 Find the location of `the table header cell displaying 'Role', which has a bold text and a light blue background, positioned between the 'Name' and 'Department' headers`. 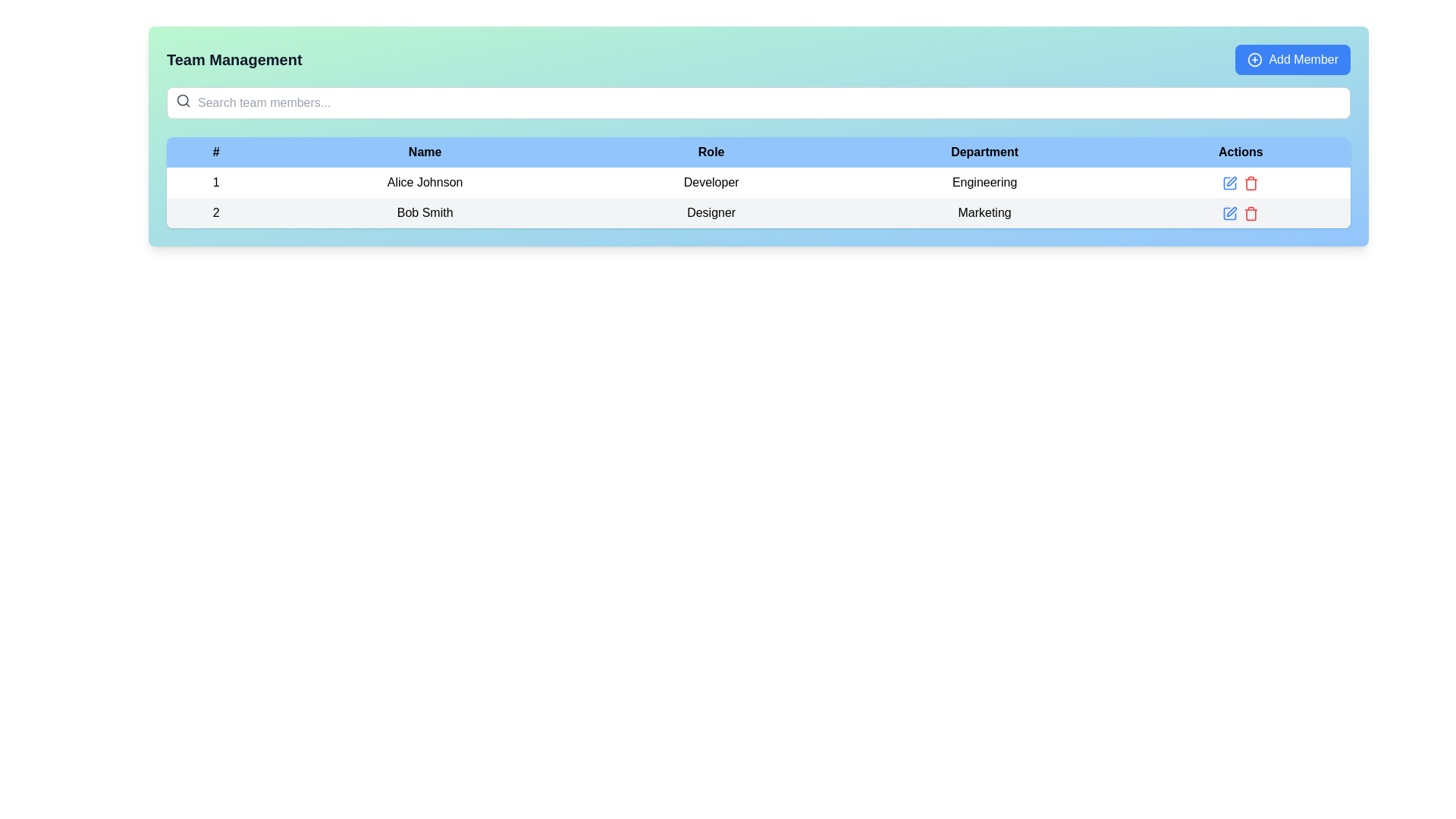

the table header cell displaying 'Role', which has a bold text and a light blue background, positioned between the 'Name' and 'Department' headers is located at coordinates (711, 152).